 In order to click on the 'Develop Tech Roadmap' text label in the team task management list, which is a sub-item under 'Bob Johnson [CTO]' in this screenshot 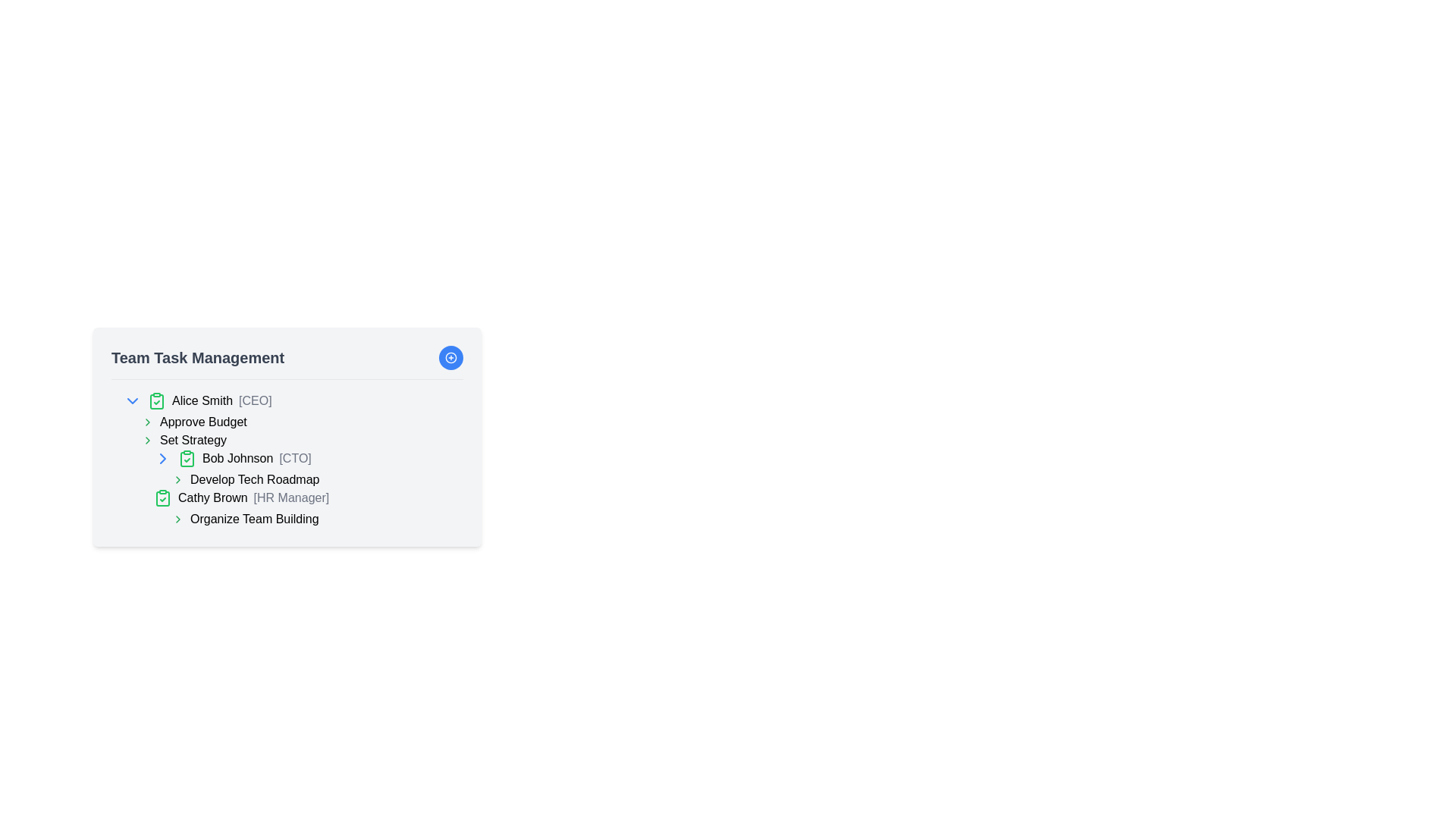, I will do `click(255, 479)`.